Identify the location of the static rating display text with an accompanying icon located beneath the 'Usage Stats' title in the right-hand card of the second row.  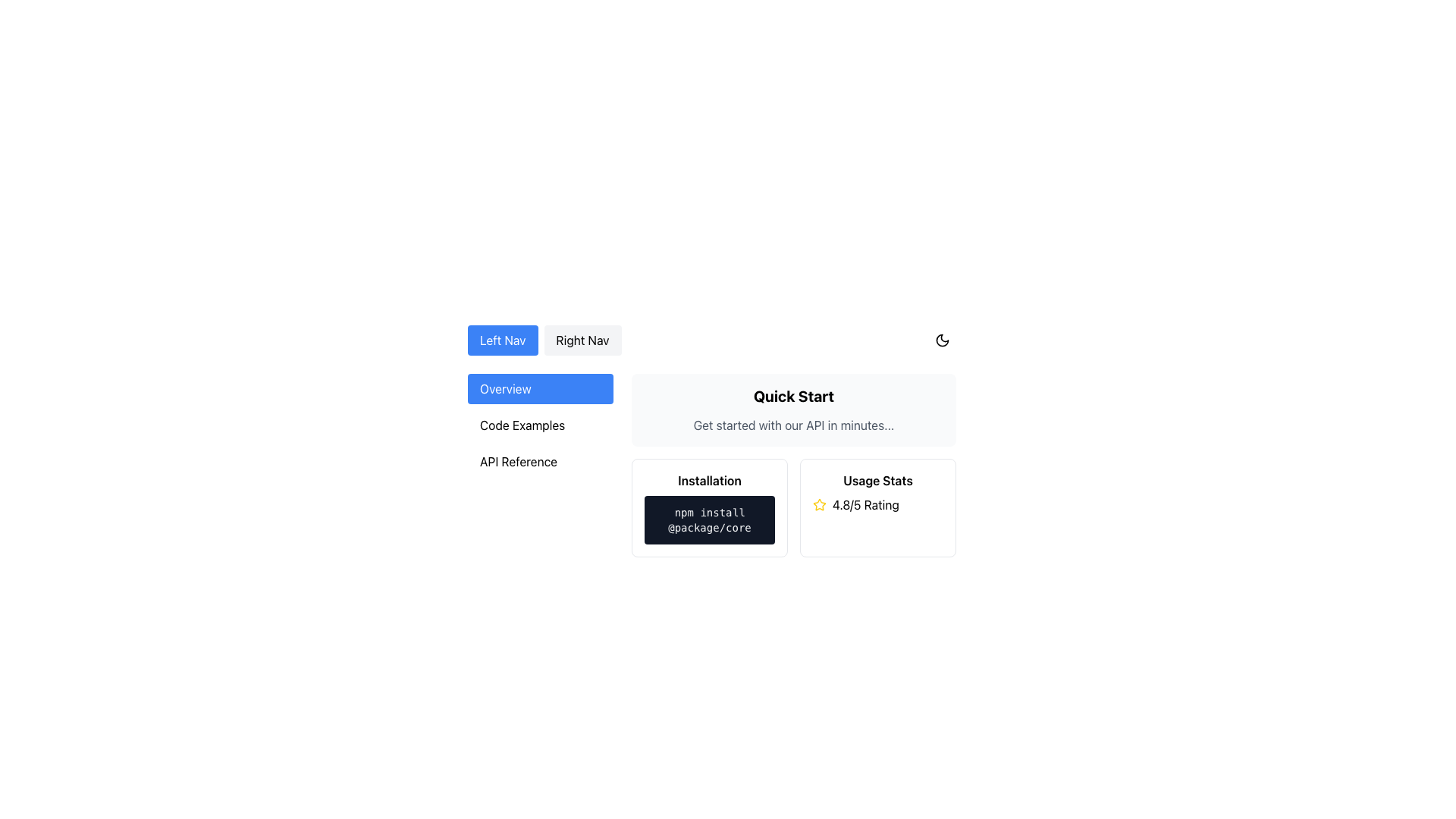
(877, 505).